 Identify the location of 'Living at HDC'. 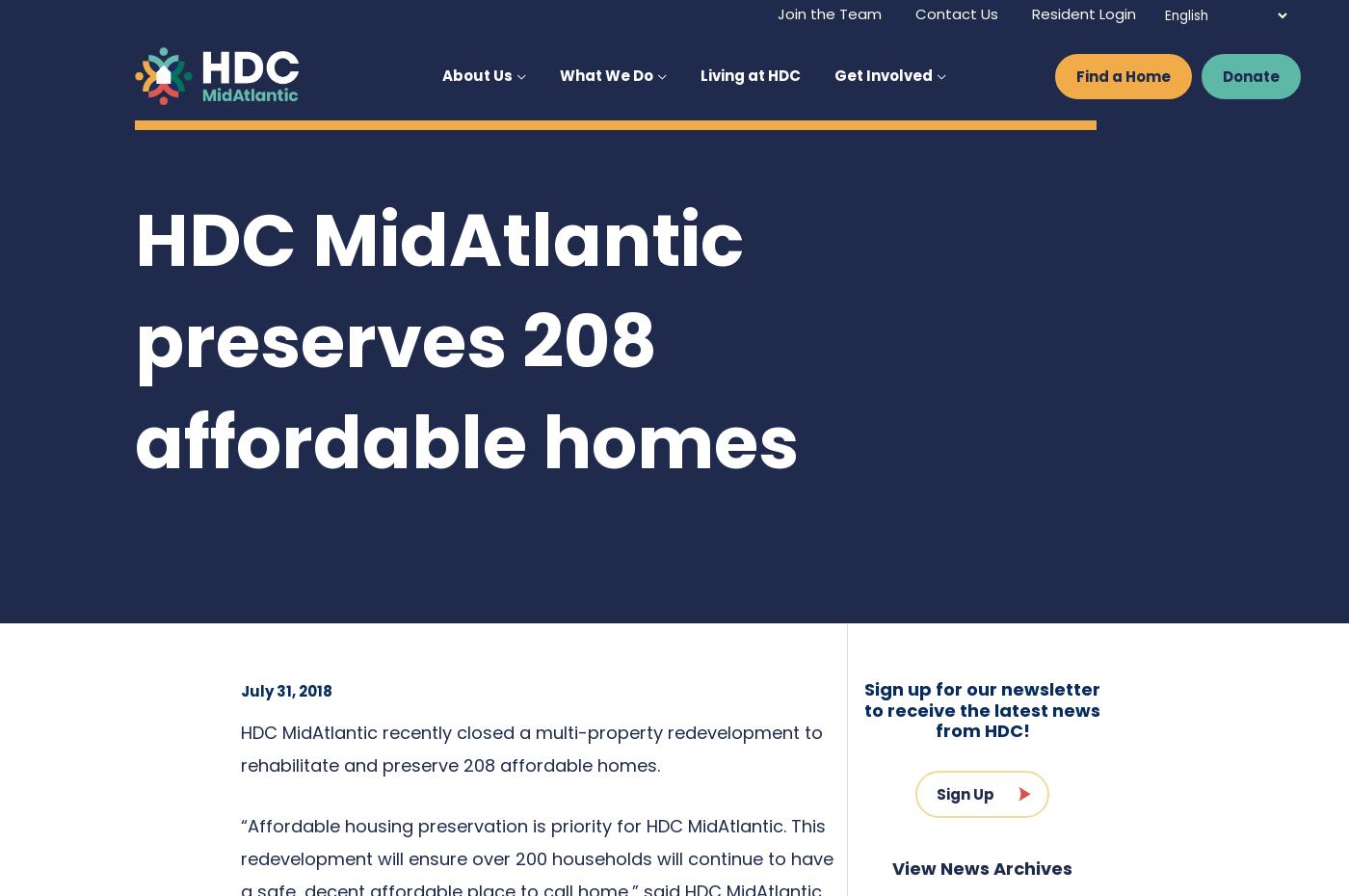
(749, 75).